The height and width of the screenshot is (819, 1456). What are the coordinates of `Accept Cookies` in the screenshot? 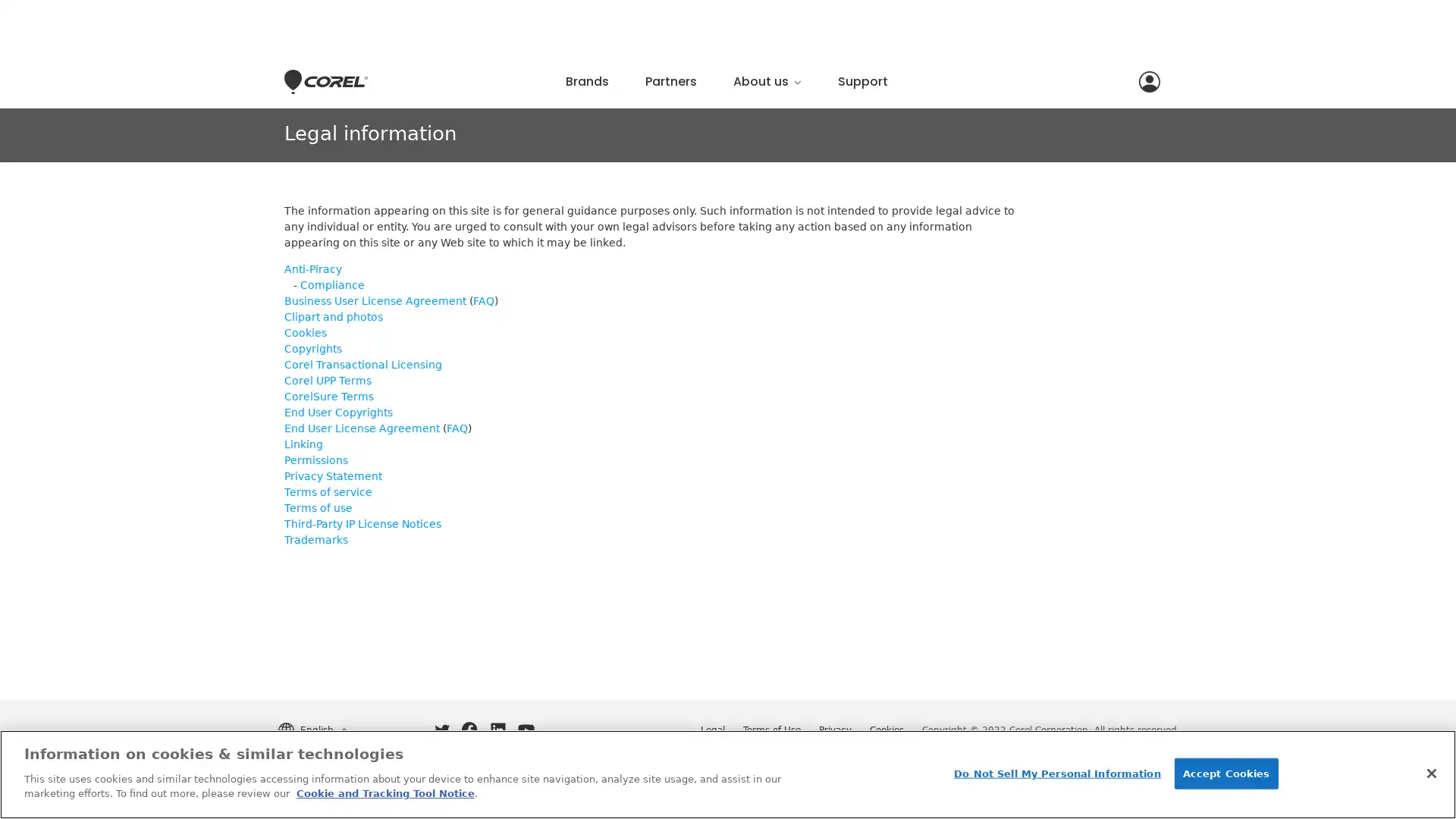 It's located at (1225, 773).